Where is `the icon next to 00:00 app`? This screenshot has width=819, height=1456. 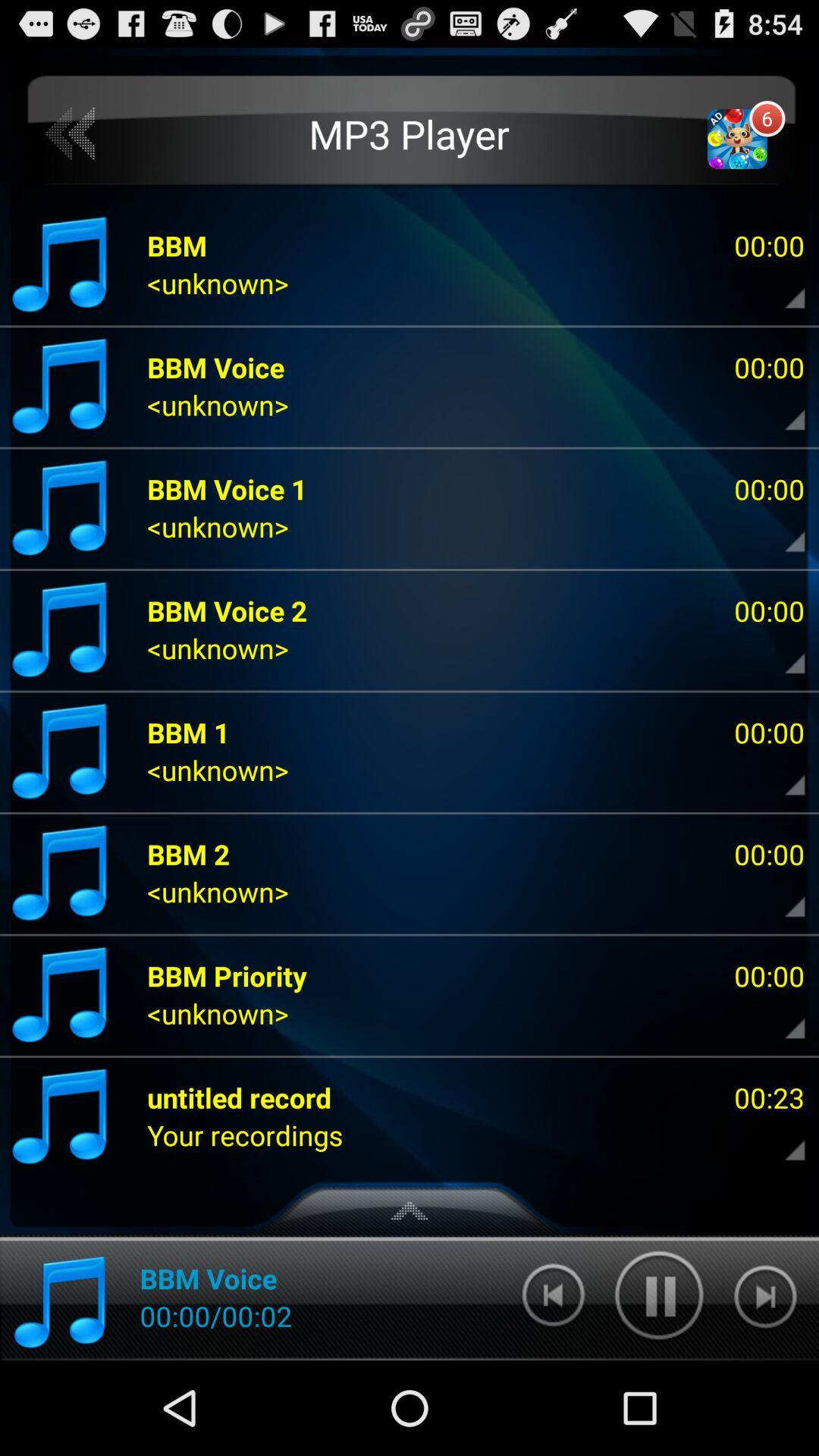 the icon next to 00:00 app is located at coordinates (227, 975).